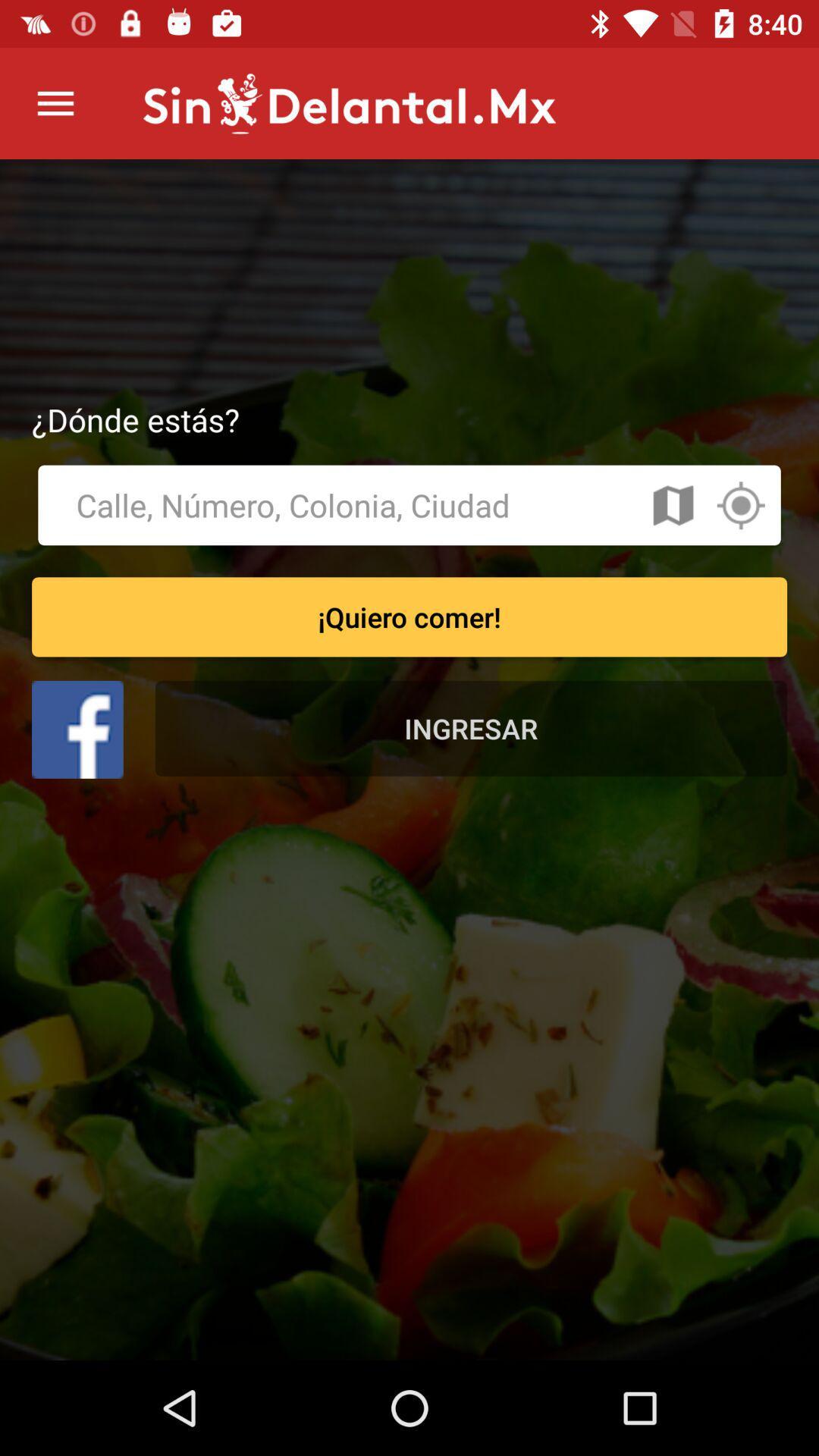  I want to click on sign in with facebook, so click(77, 730).